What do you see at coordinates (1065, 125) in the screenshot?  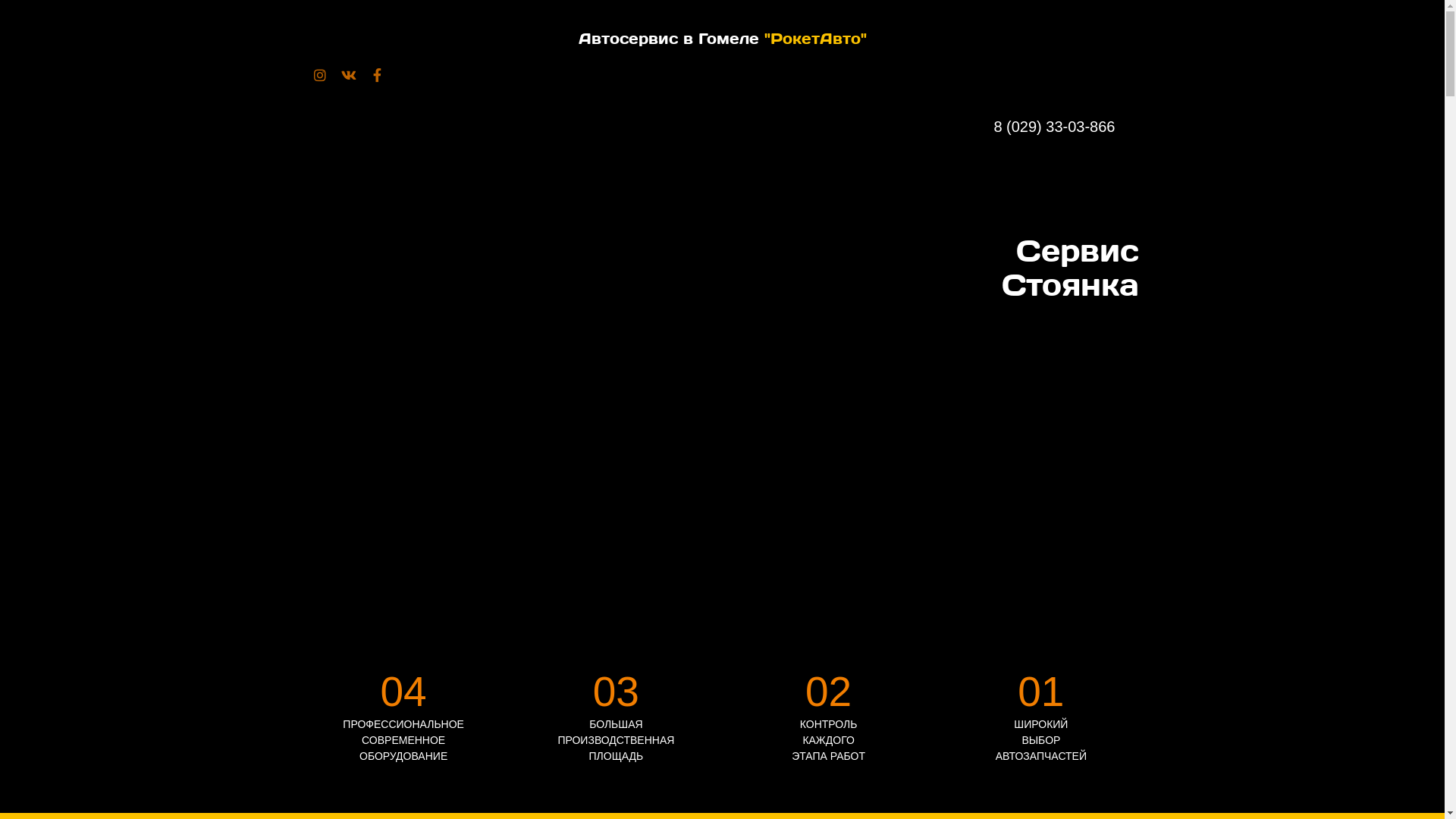 I see `'8 (029) 33-03-866'` at bounding box center [1065, 125].